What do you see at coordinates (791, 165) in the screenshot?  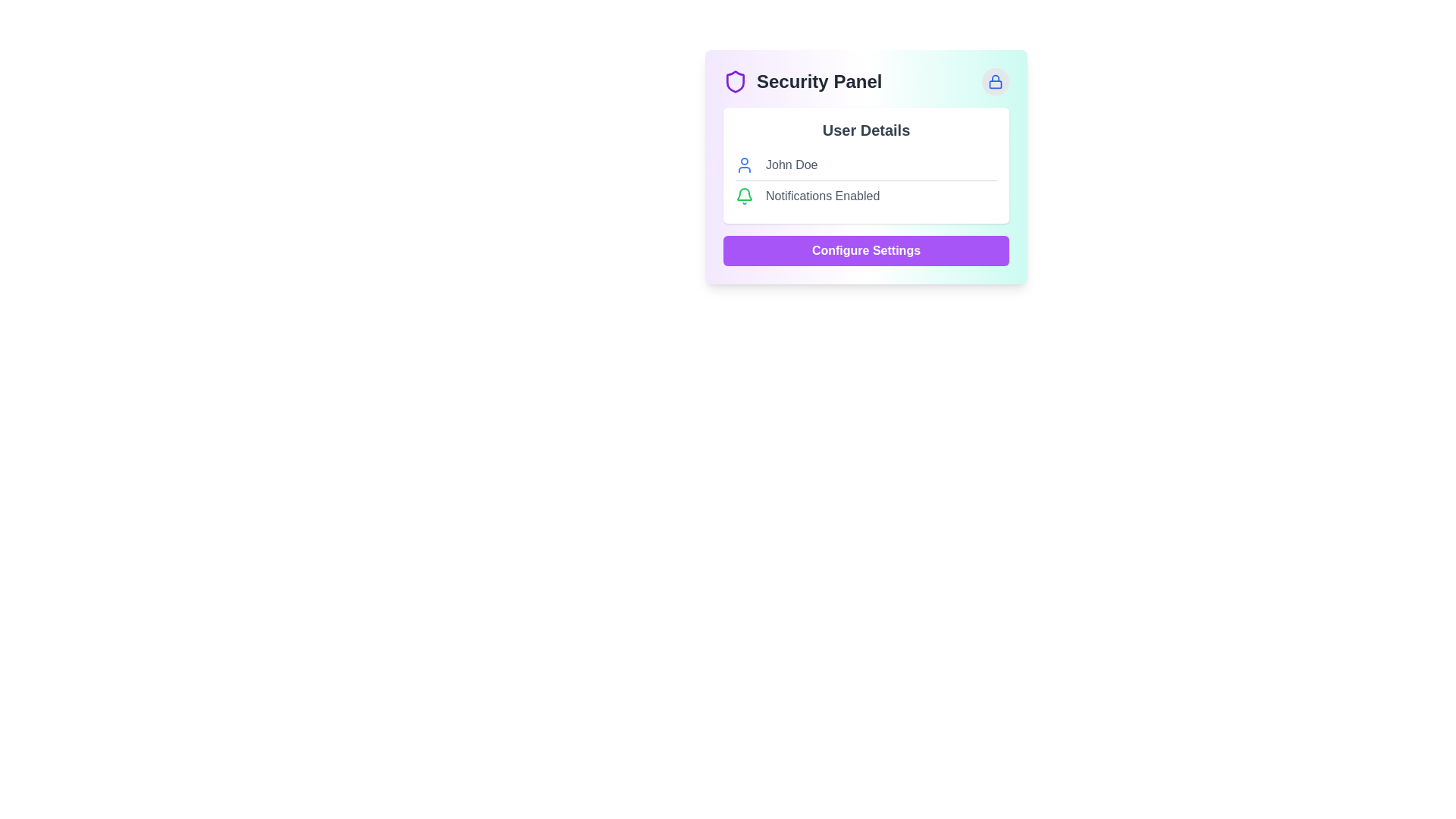 I see `the static text label displaying 'John Doe' in gray color, located in the user details section of the security panel` at bounding box center [791, 165].